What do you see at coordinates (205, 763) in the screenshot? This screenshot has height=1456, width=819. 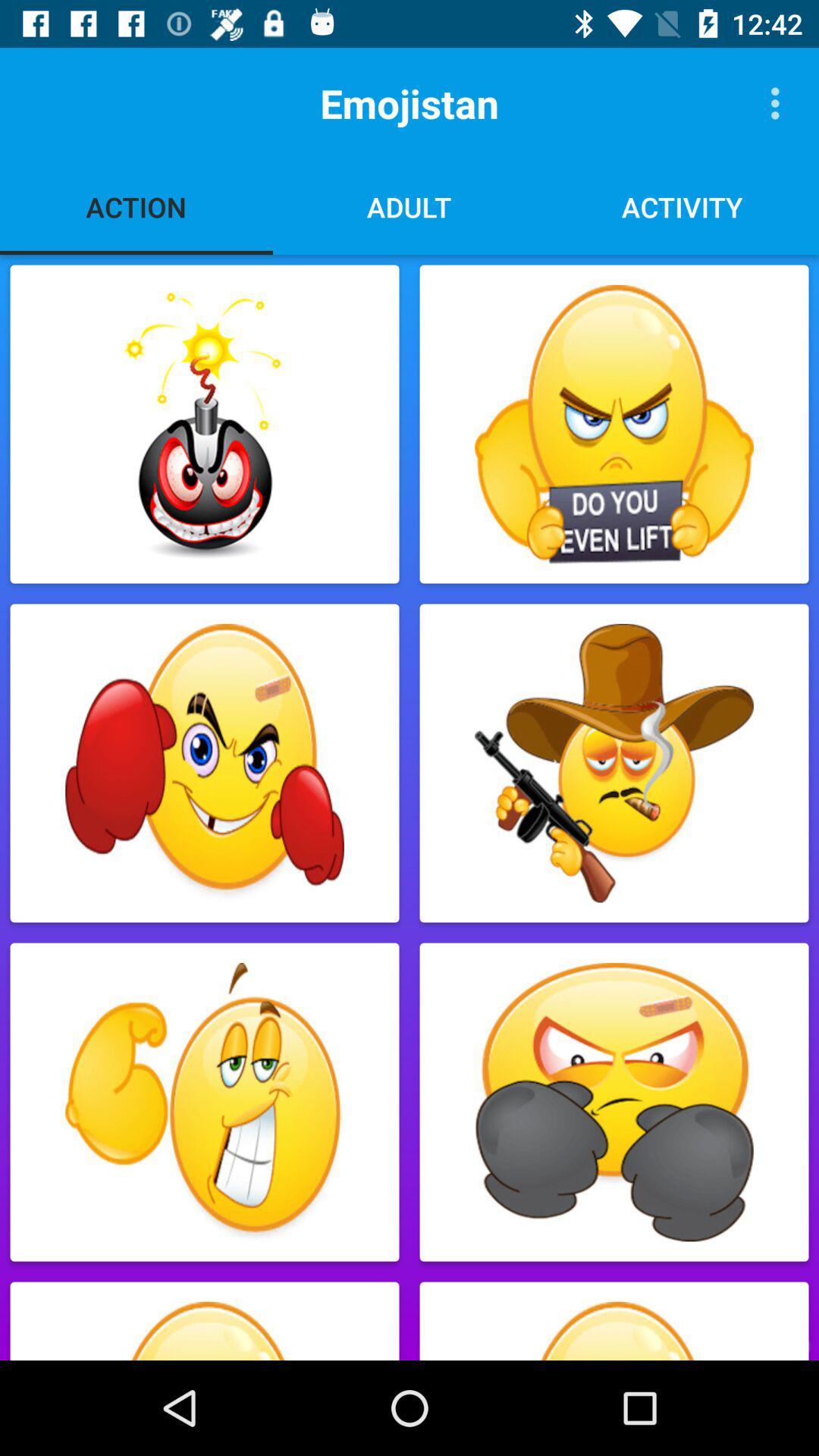 I see `the second image in the first column` at bounding box center [205, 763].